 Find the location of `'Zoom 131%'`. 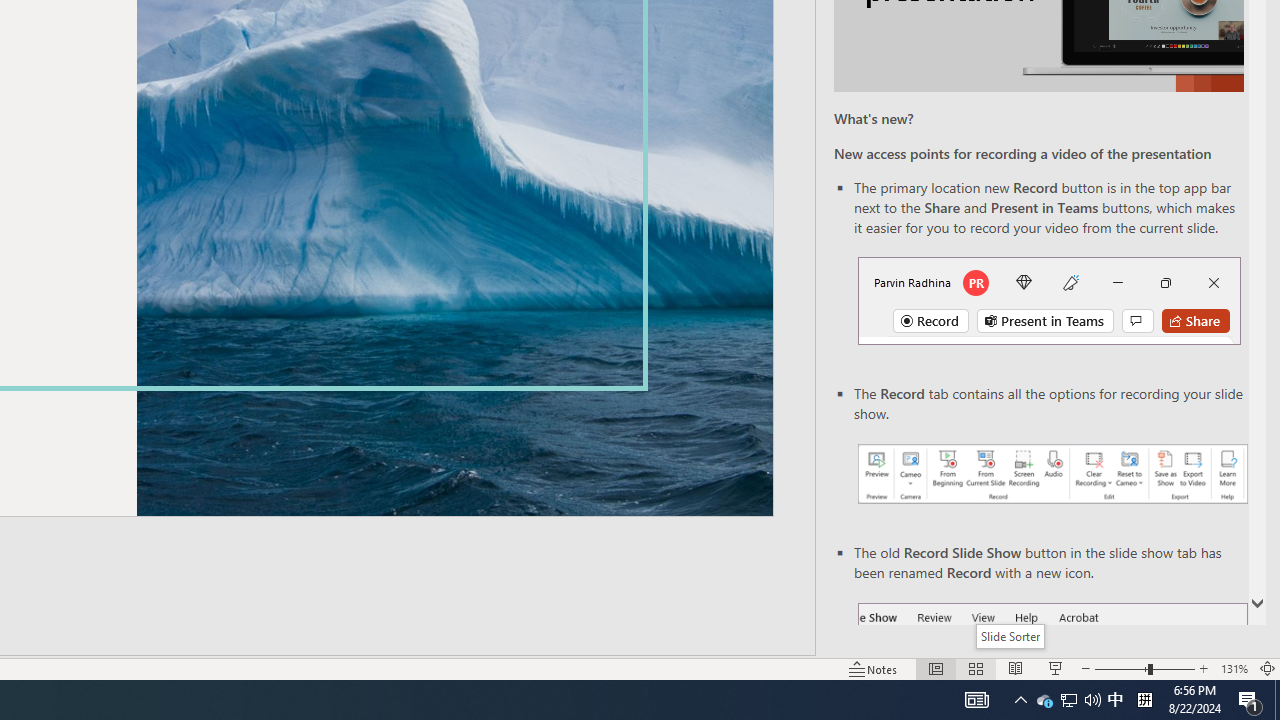

'Zoom 131%' is located at coordinates (1233, 669).